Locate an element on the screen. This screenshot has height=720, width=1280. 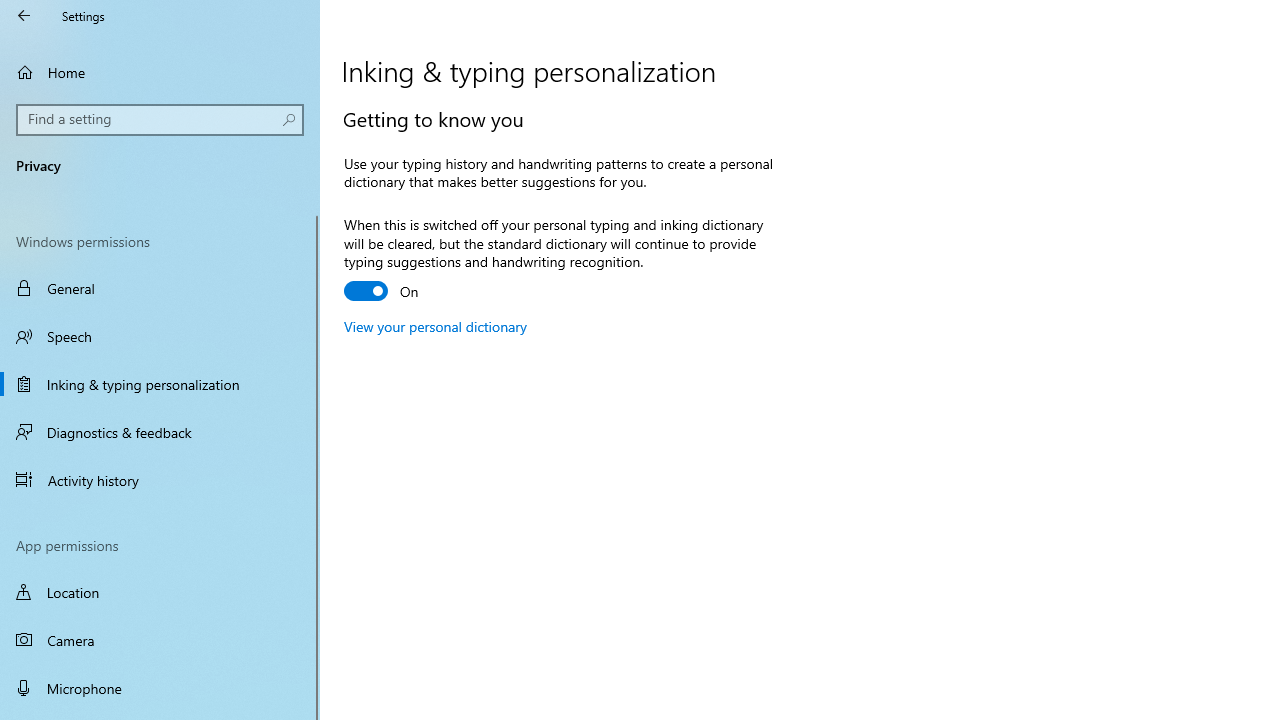
'Back' is located at coordinates (24, 15).